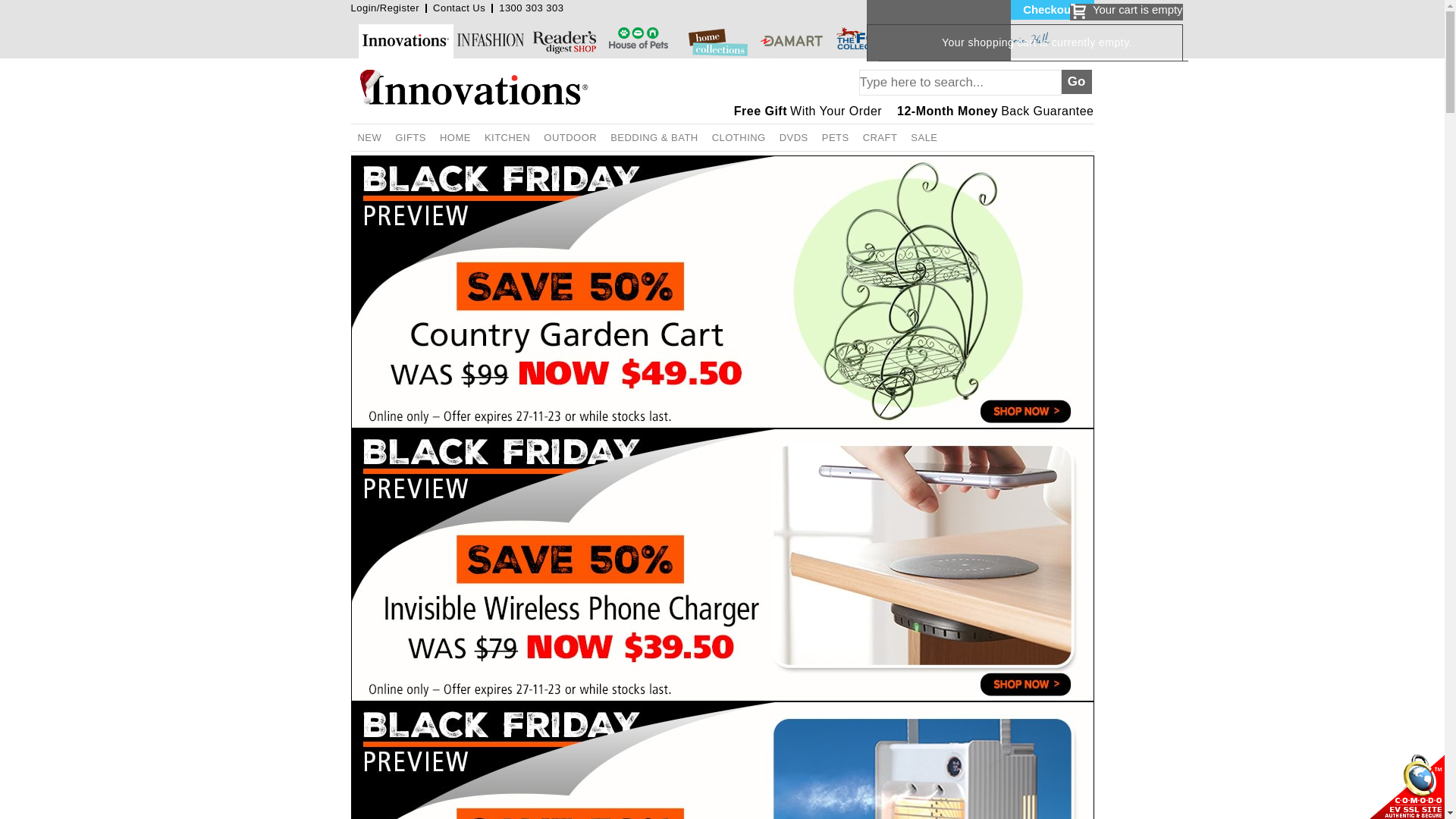  Describe the element at coordinates (570, 137) in the screenshot. I see `'OUTDOOR'` at that location.